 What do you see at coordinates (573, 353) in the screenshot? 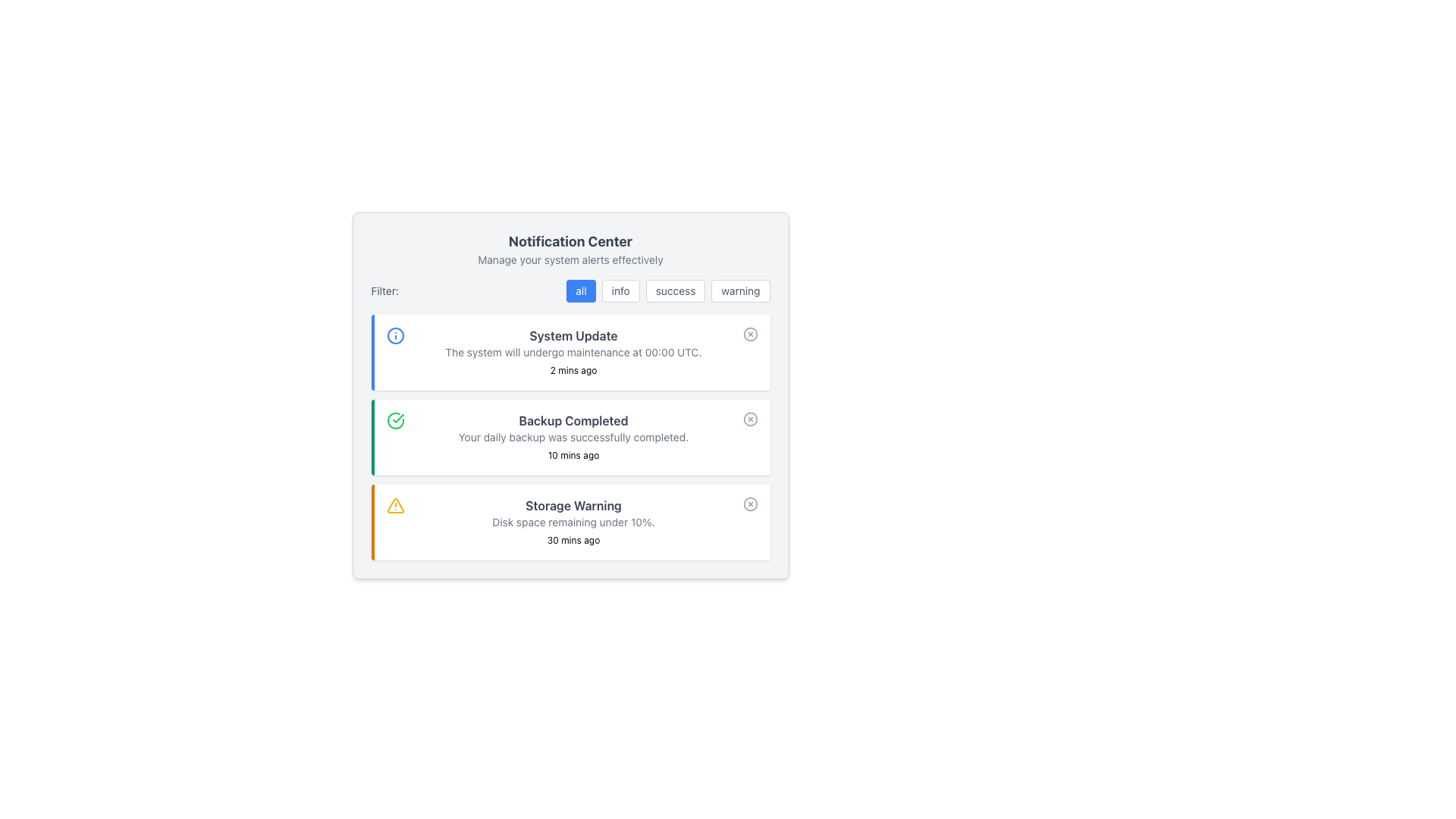
I see `the text snippet stating 'The system will undergo maintenance at 00:00 UTC.' located within the 'System Update' notification block` at bounding box center [573, 353].